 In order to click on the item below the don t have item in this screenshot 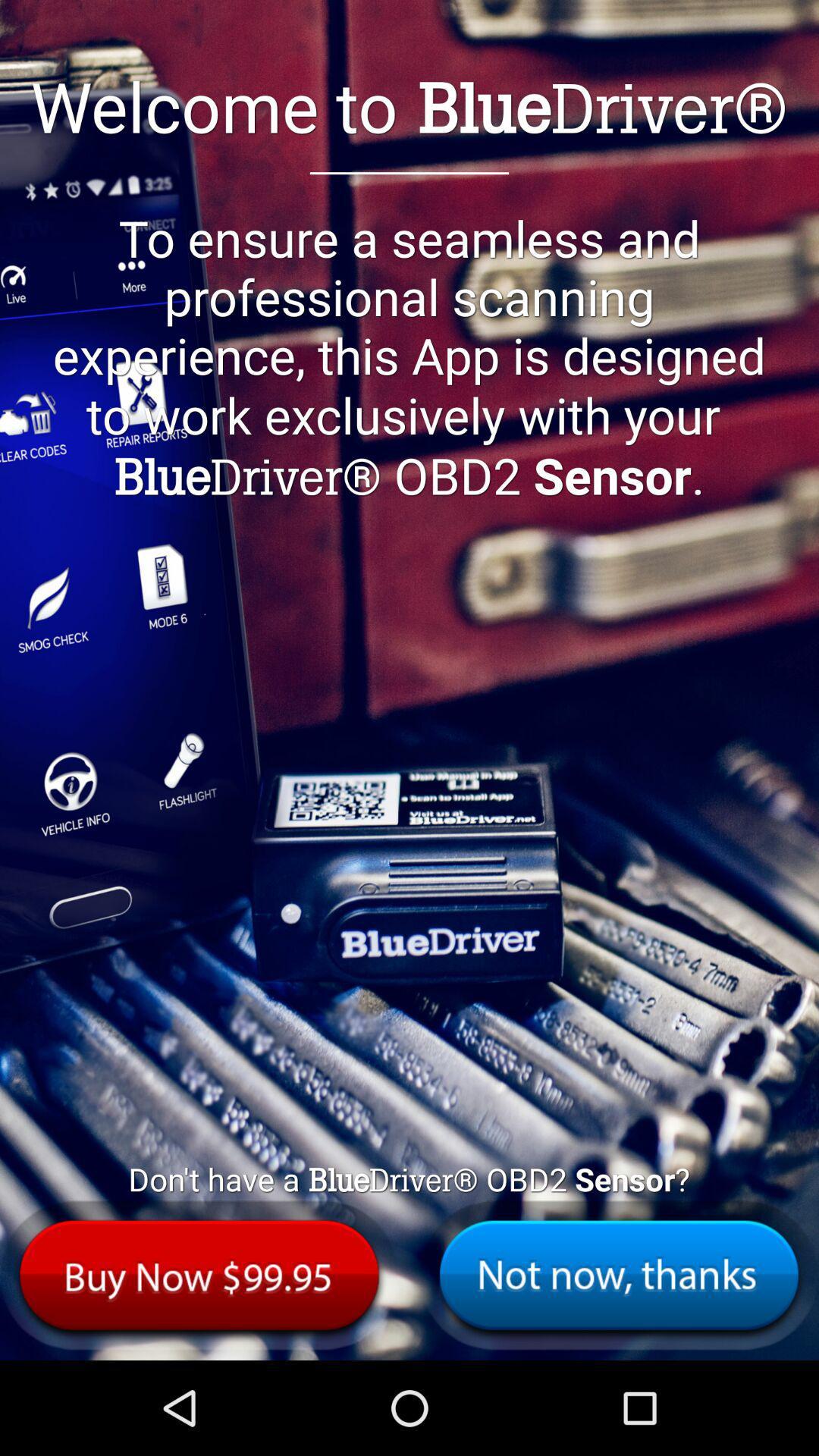, I will do `click(199, 1274)`.